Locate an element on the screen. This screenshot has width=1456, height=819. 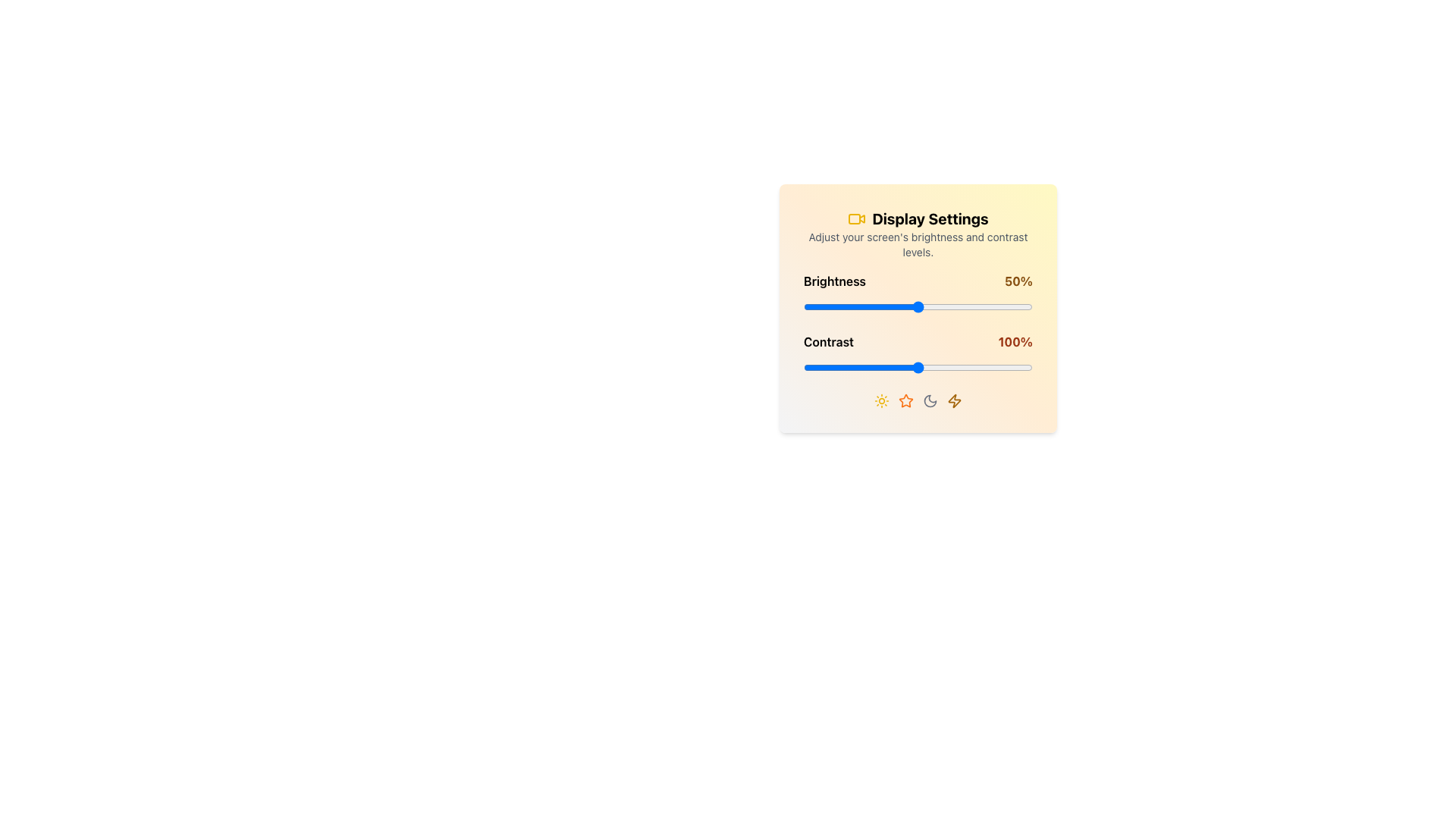
brightness is located at coordinates (852, 307).